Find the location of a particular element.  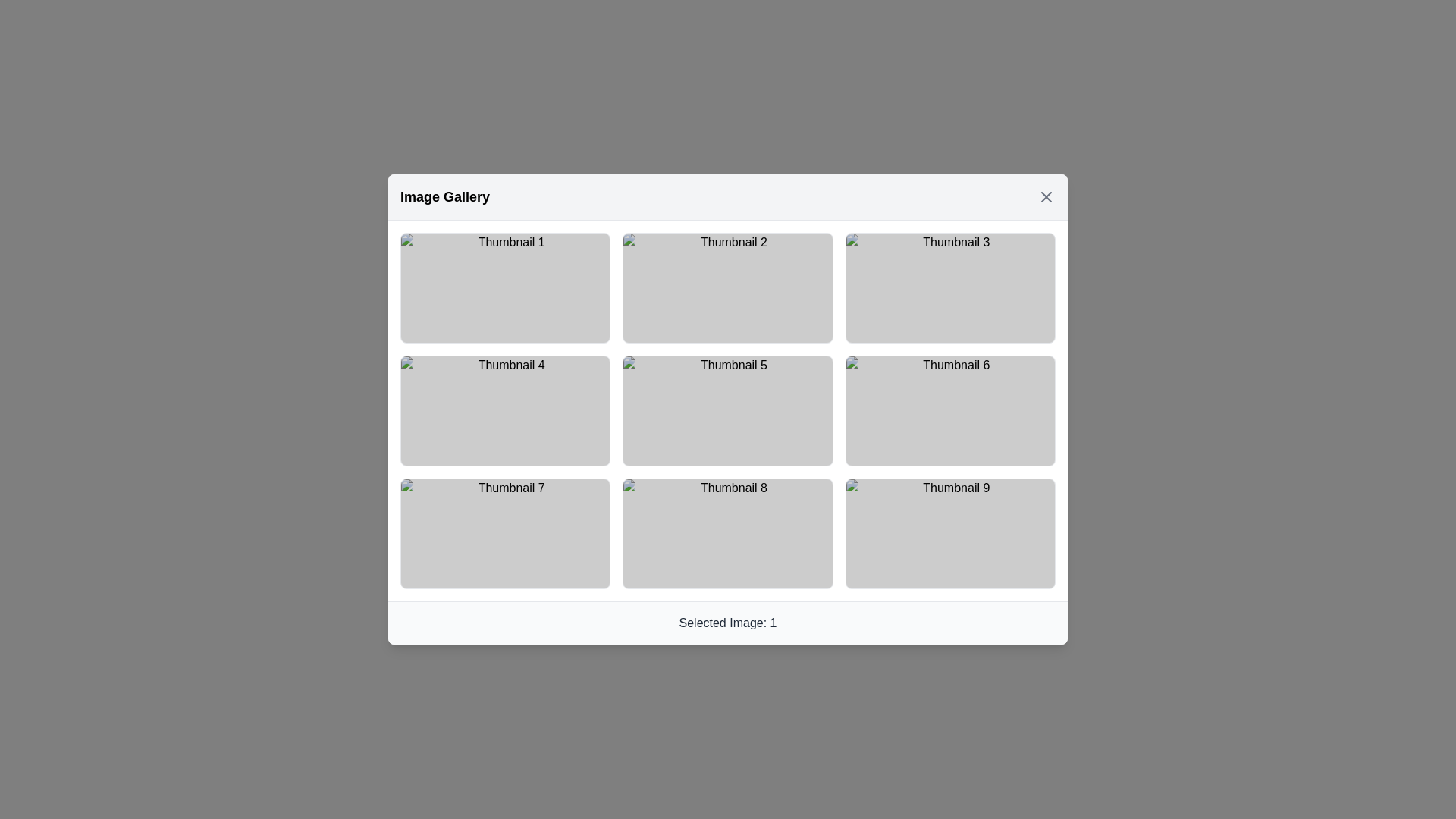

the graphical representation of the green checkmark icon, which indicates affirmation or completion, located in the fourth item of the grid layout of thumbnail previews is located at coordinates (505, 411).